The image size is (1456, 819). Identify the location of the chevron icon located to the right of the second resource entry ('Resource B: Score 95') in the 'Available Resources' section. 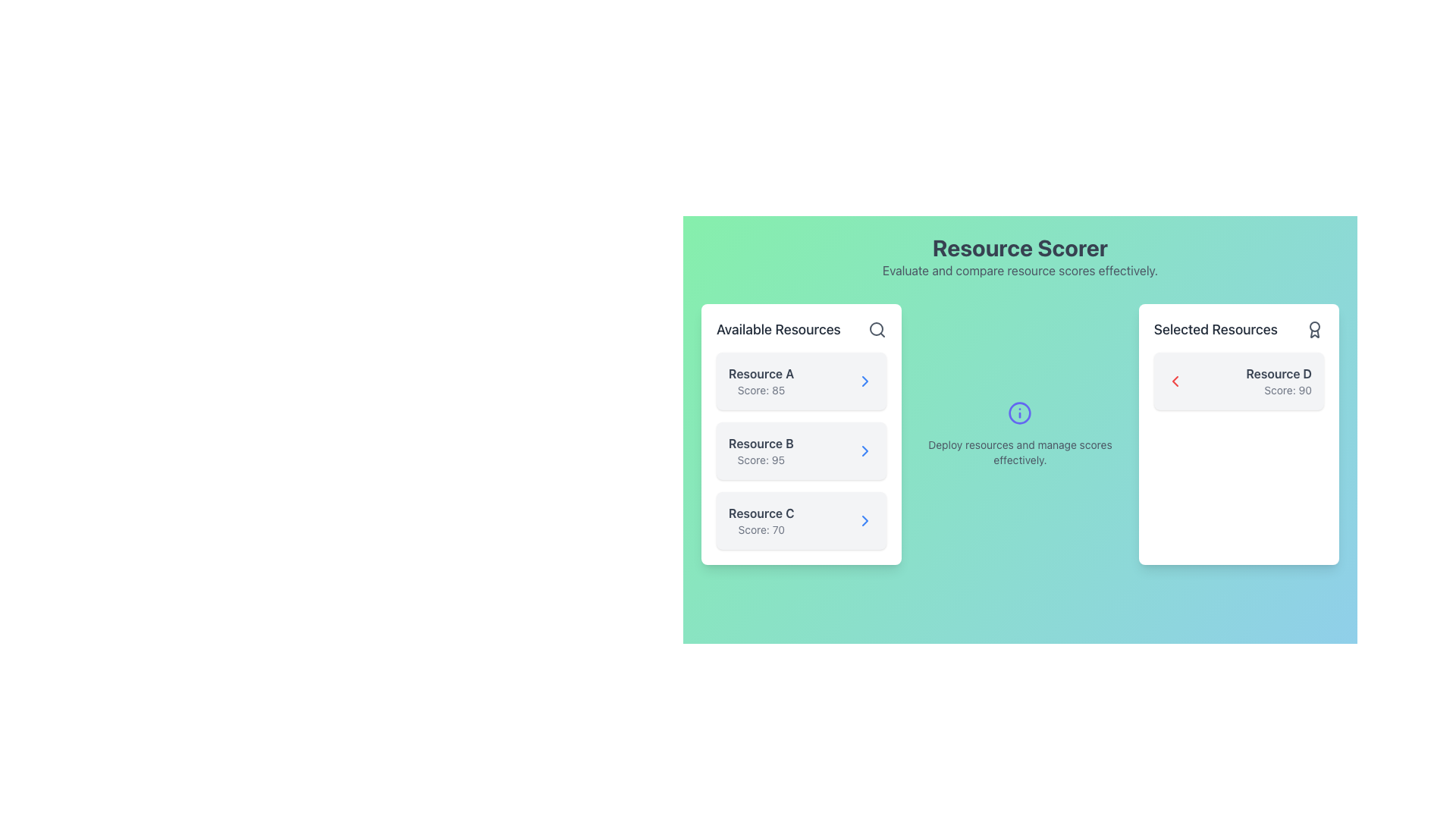
(865, 450).